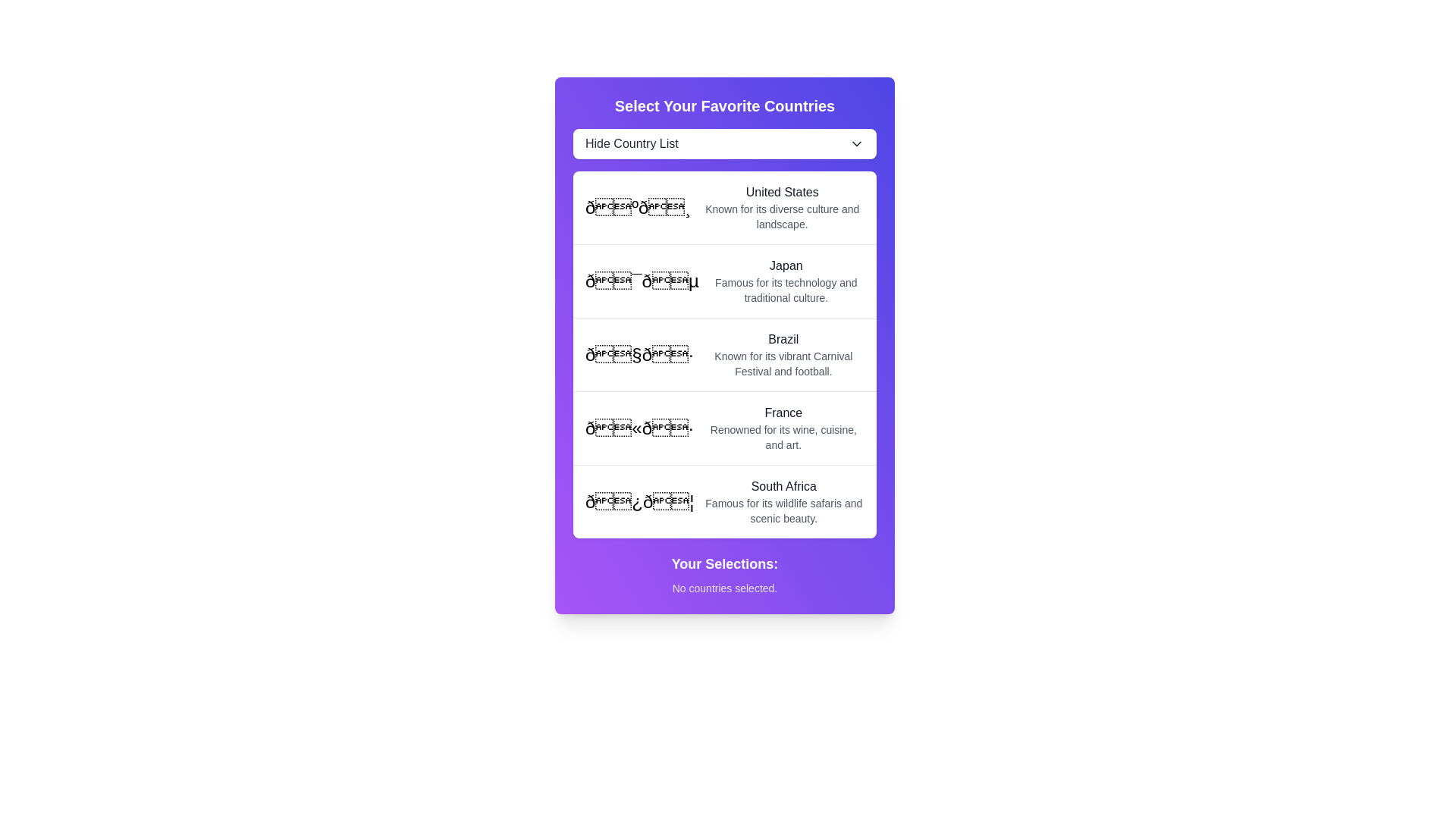 The width and height of the screenshot is (1456, 819). Describe the element at coordinates (723, 143) in the screenshot. I see `the Dropdown toggle button labeled 'Hide Country List'` at that location.